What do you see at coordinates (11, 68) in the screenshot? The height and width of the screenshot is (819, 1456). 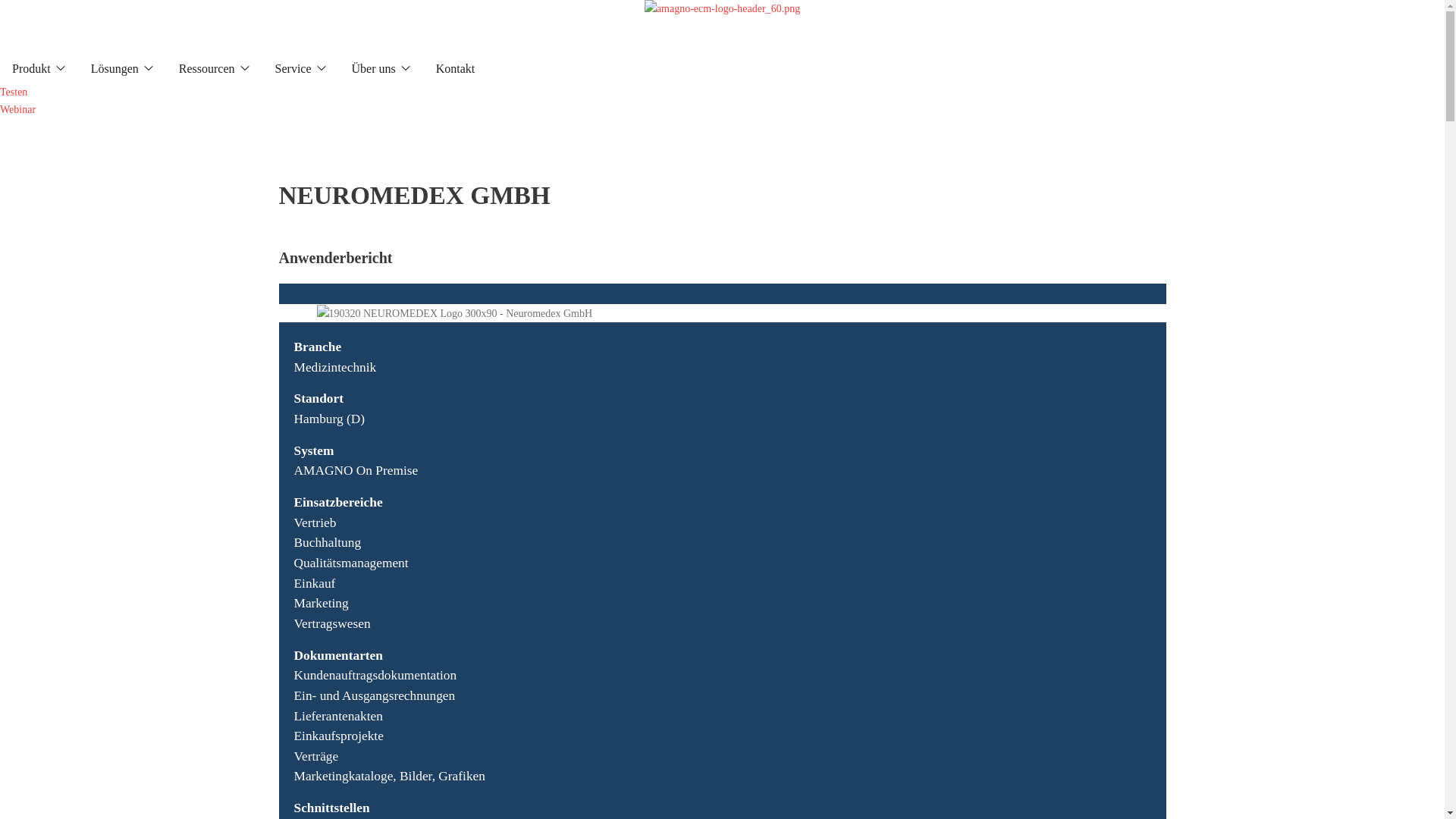 I see `'Produkt'` at bounding box center [11, 68].